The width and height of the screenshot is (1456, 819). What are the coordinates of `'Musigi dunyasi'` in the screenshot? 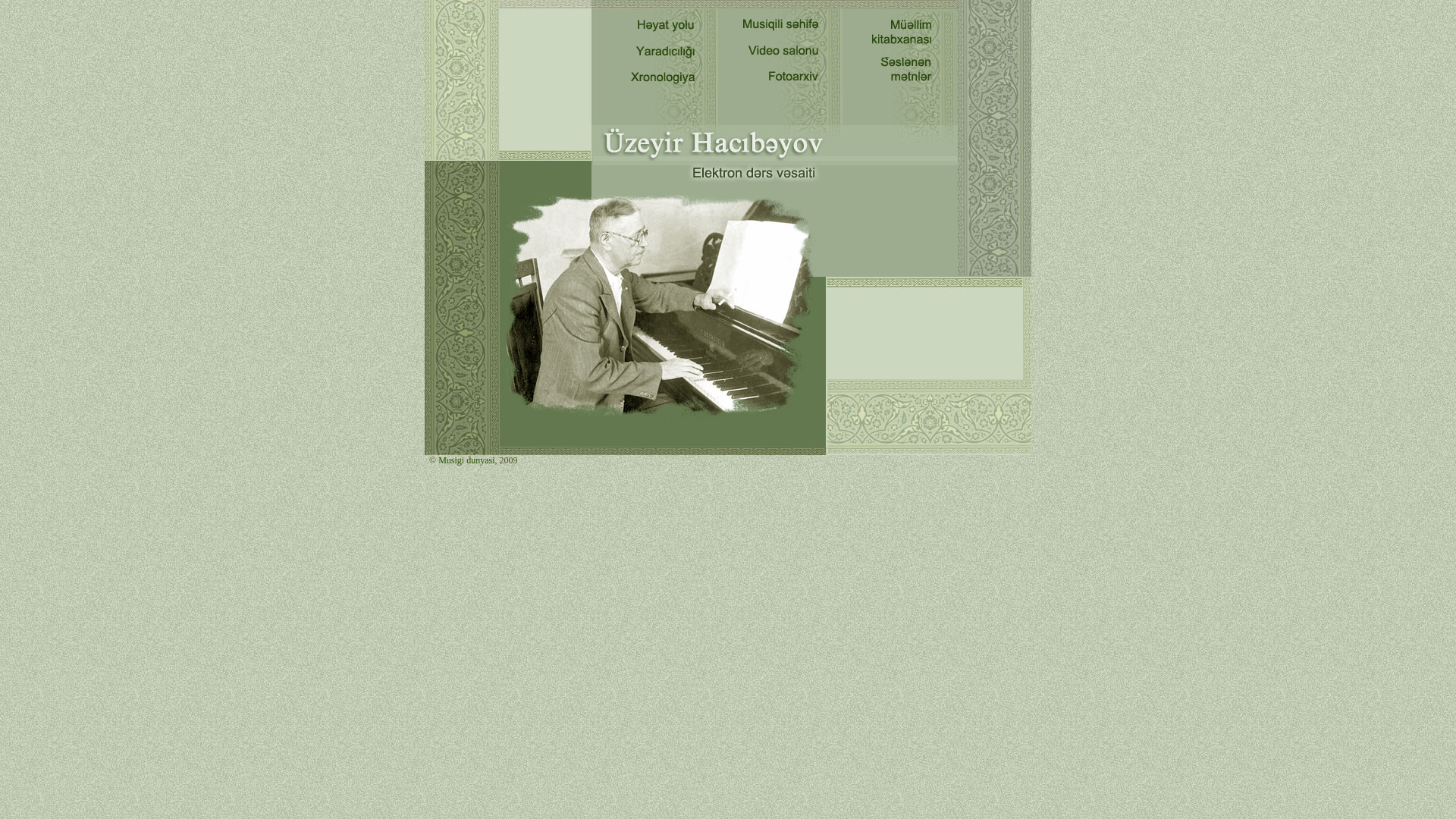 It's located at (464, 459).